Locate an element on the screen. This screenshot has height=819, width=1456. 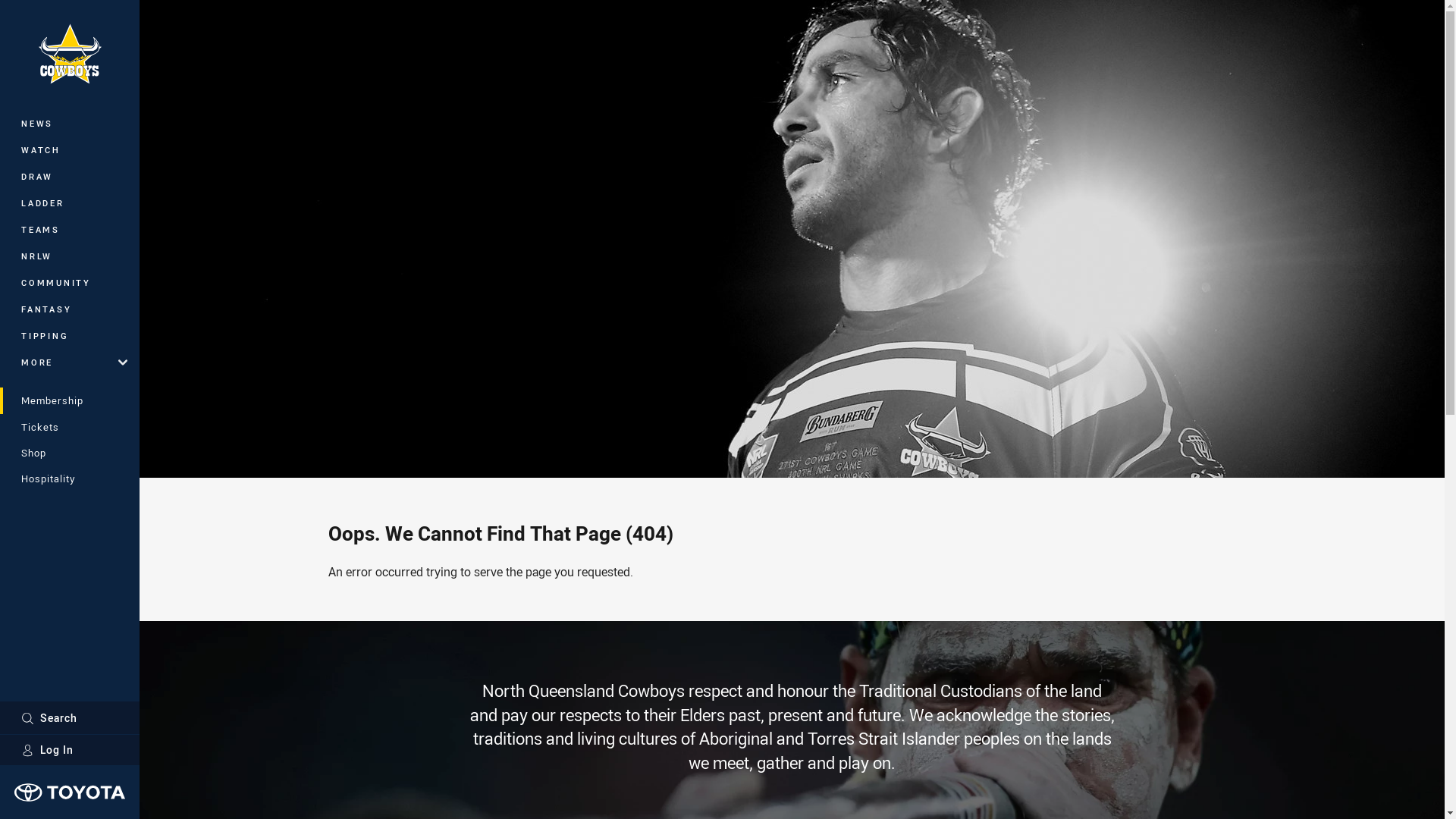
'NEWS' is located at coordinates (68, 122).